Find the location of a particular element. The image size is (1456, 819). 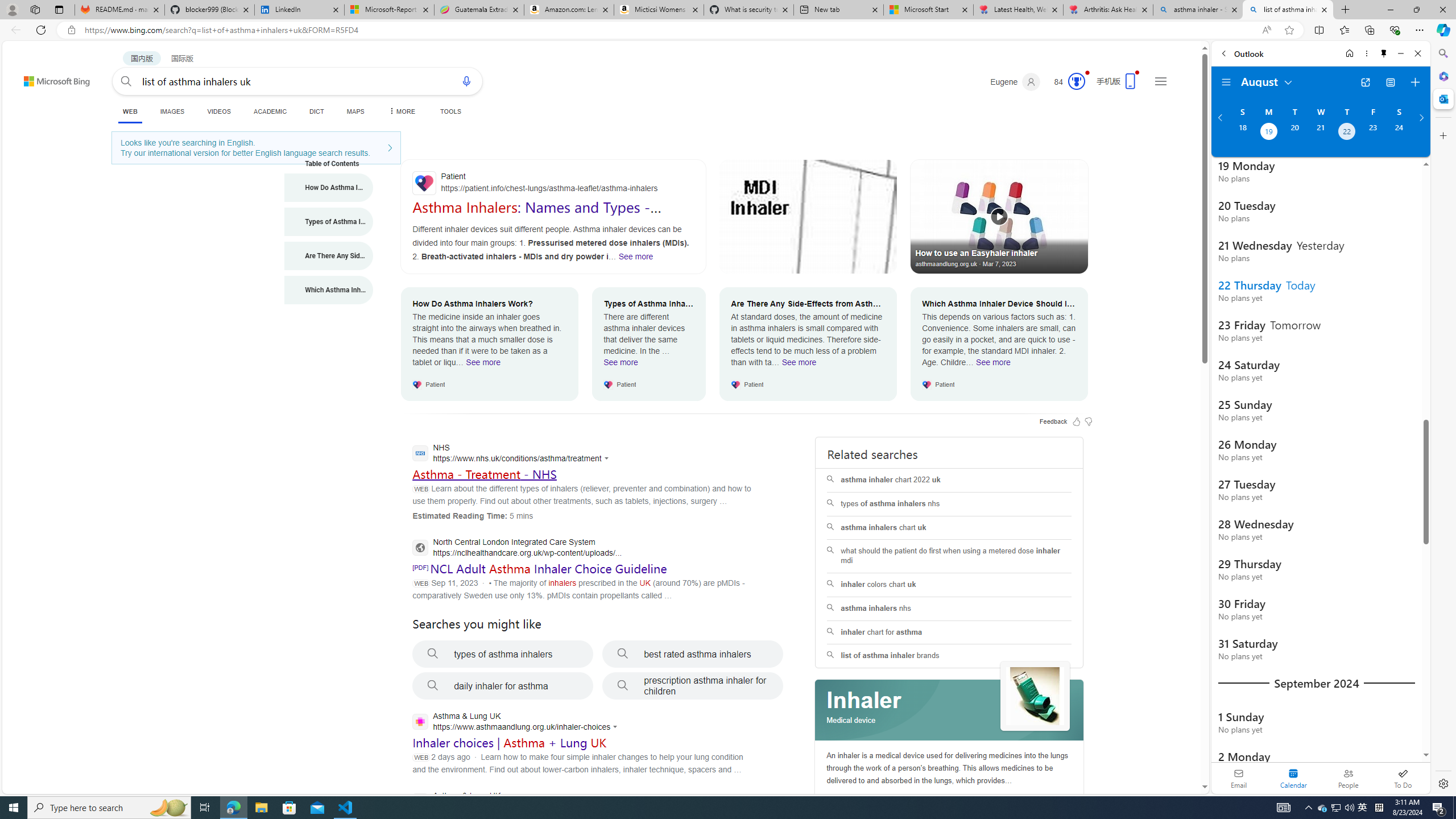

'prescription asthma inhaler for children' is located at coordinates (693, 686).